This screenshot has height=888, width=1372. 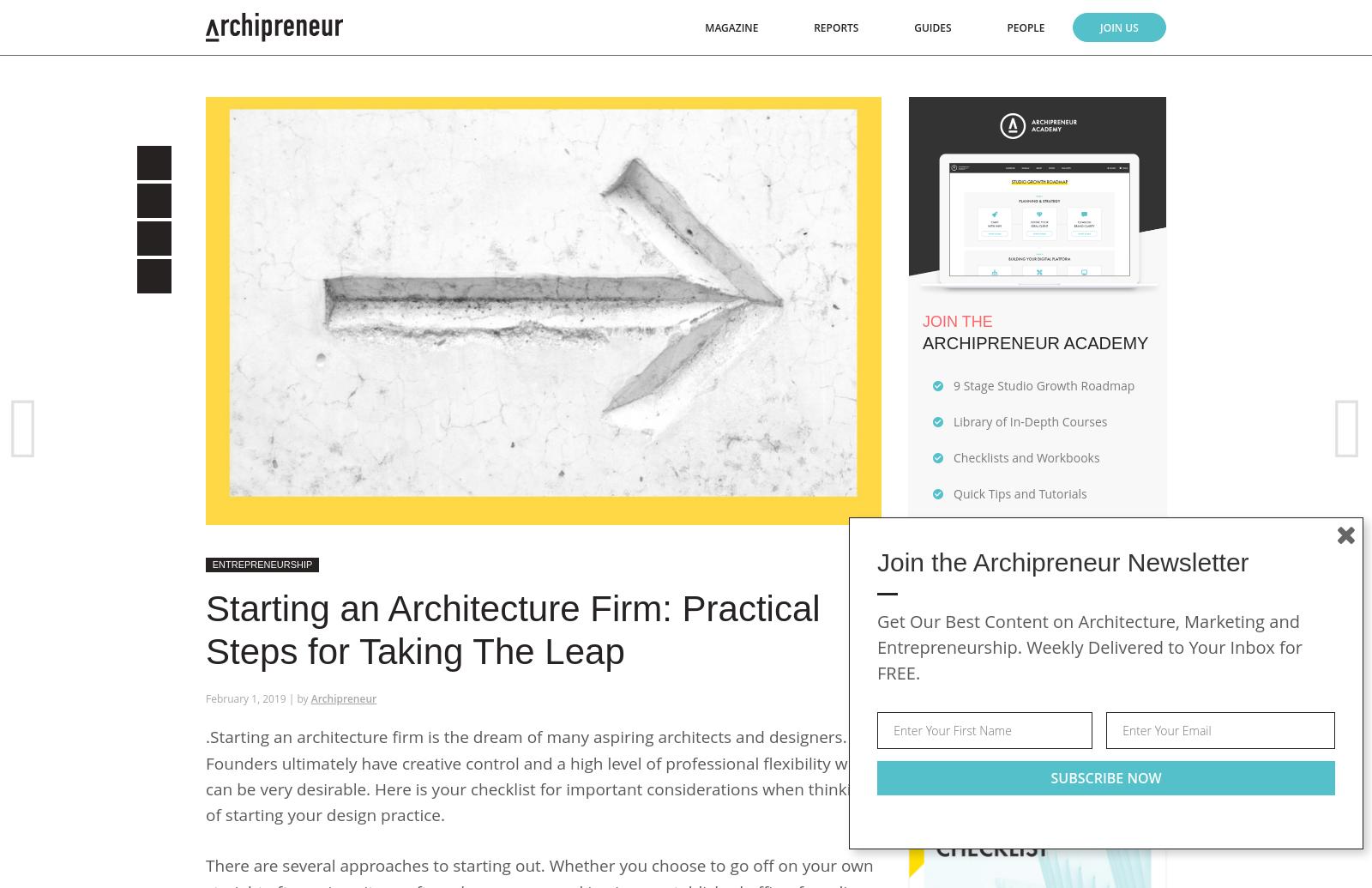 What do you see at coordinates (1026, 456) in the screenshot?
I see `'Checklists and Workbooks'` at bounding box center [1026, 456].